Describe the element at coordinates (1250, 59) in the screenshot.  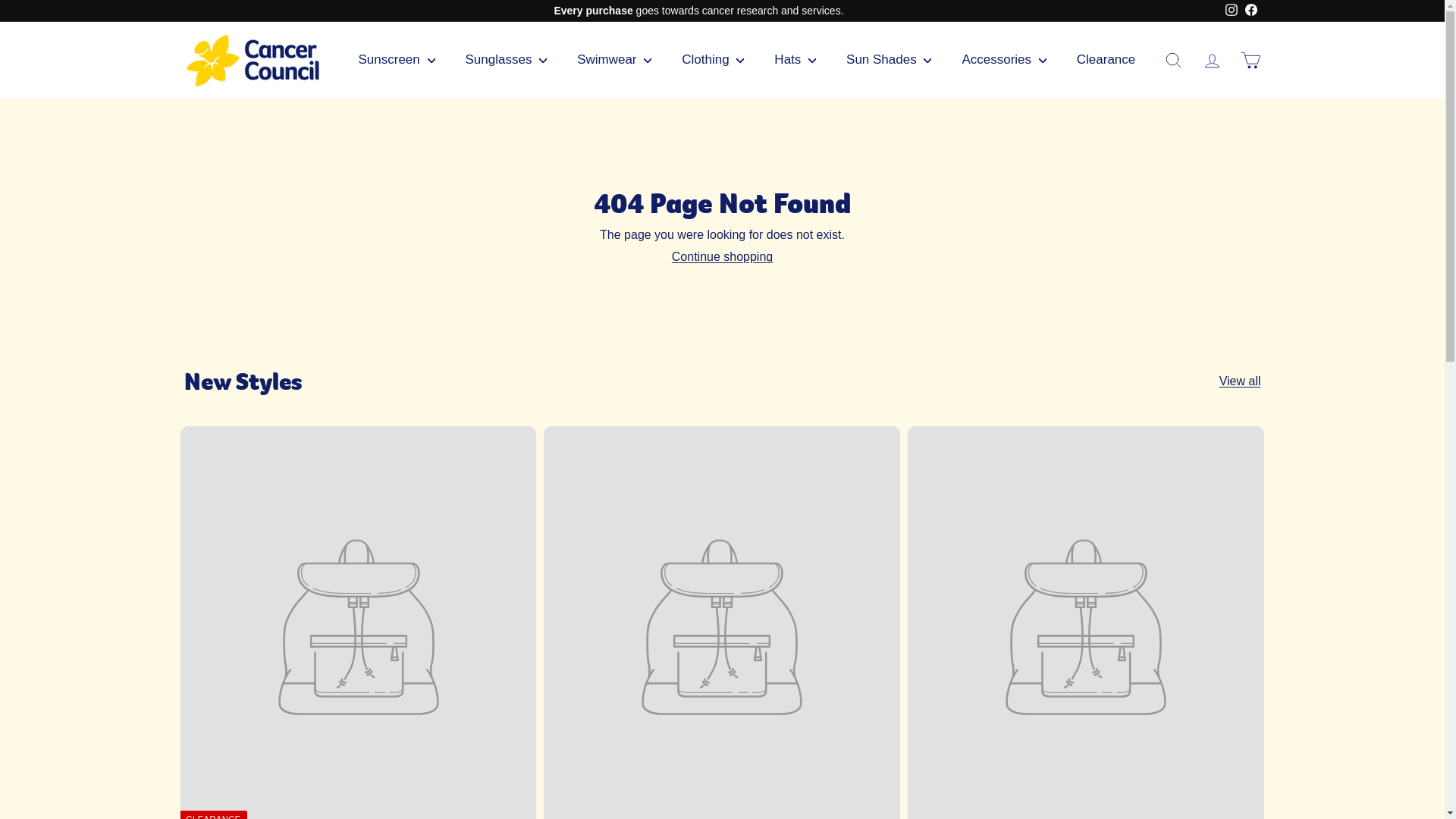
I see `'Cart'` at that location.